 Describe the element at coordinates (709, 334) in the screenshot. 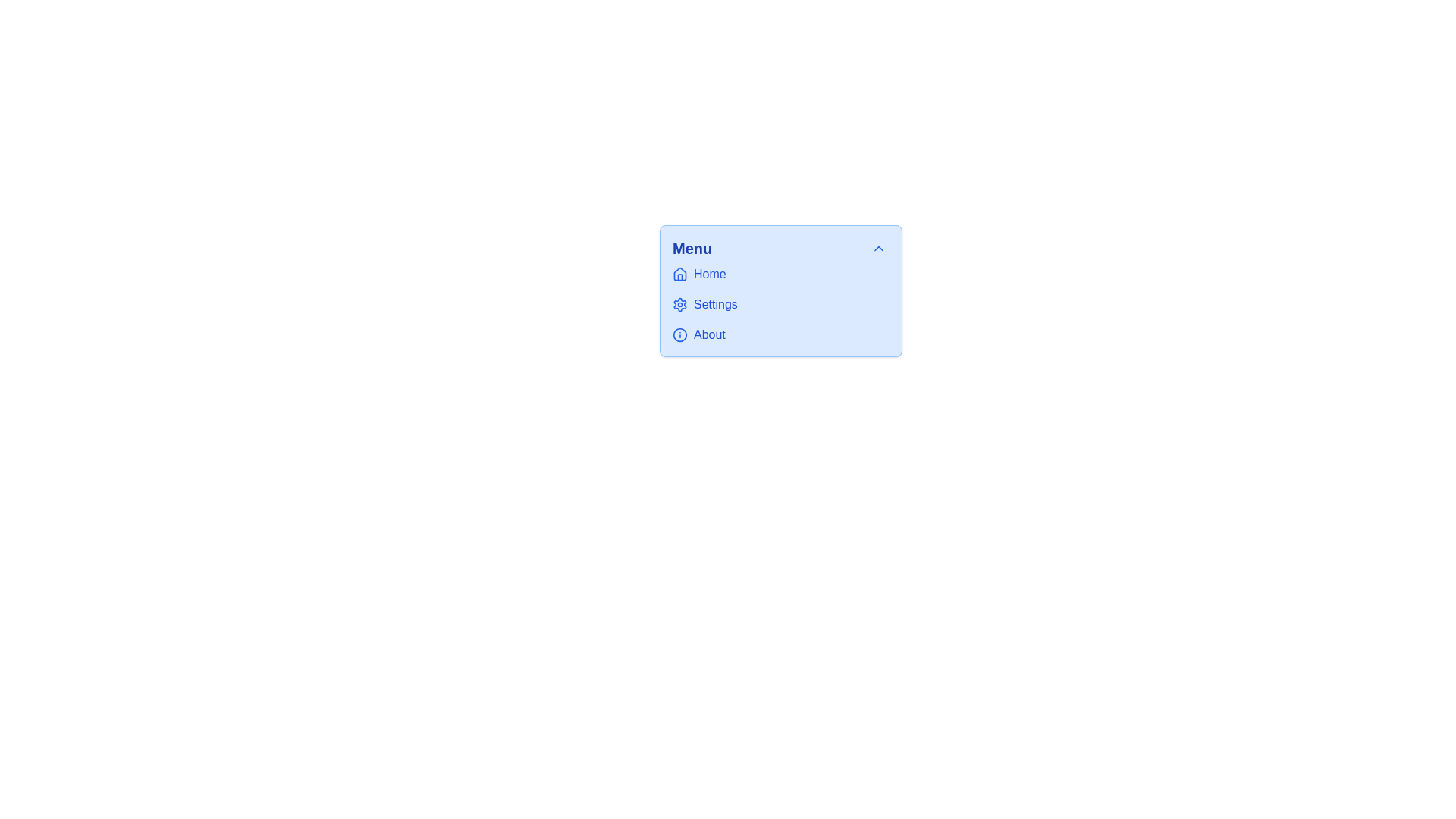

I see `text displayed as 'About' in the menu list, which is styled in medium blue font and slightly bold, located below the 'Settings' item` at that location.